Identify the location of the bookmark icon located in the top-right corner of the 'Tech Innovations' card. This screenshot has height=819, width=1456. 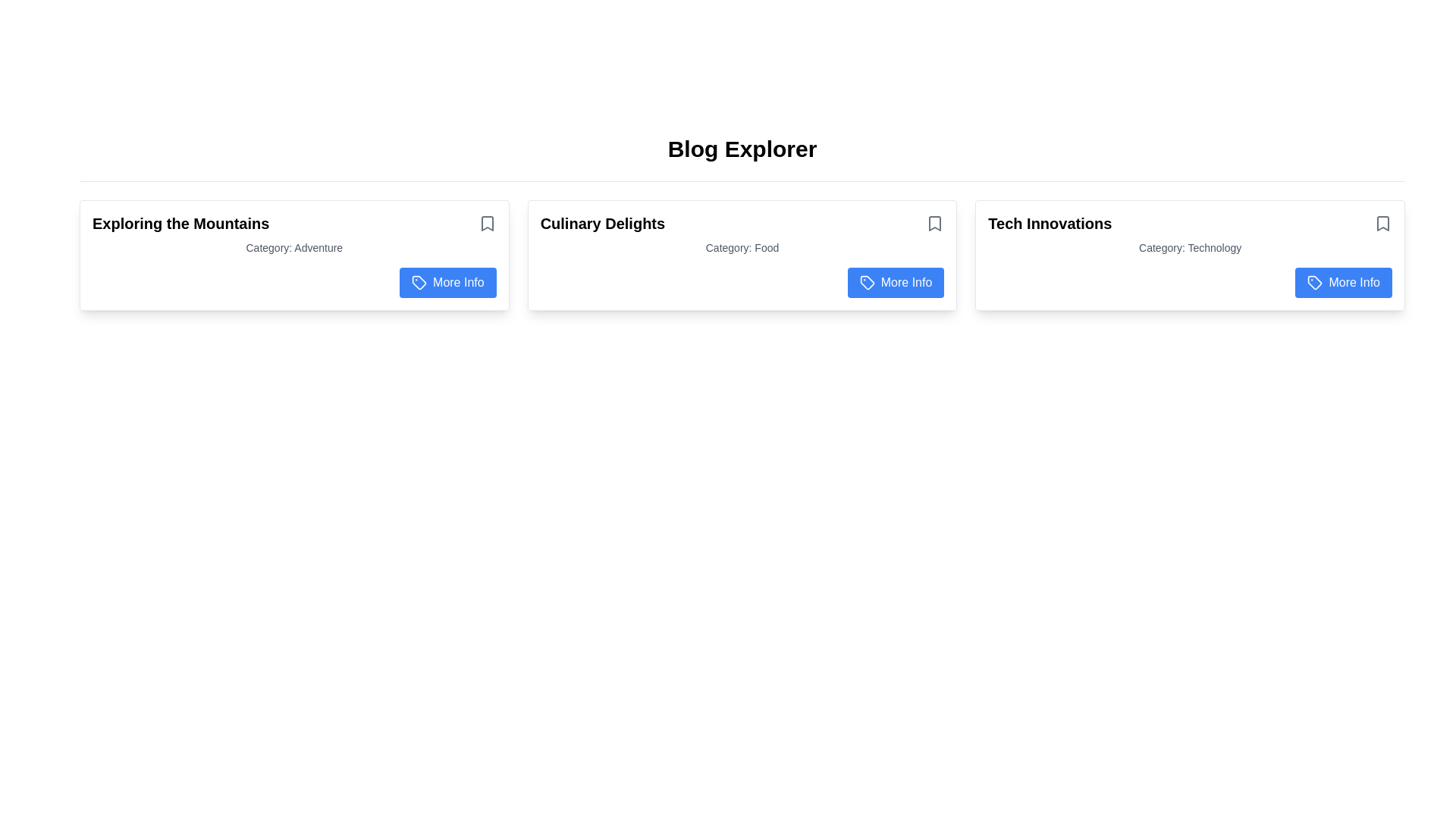
(1383, 223).